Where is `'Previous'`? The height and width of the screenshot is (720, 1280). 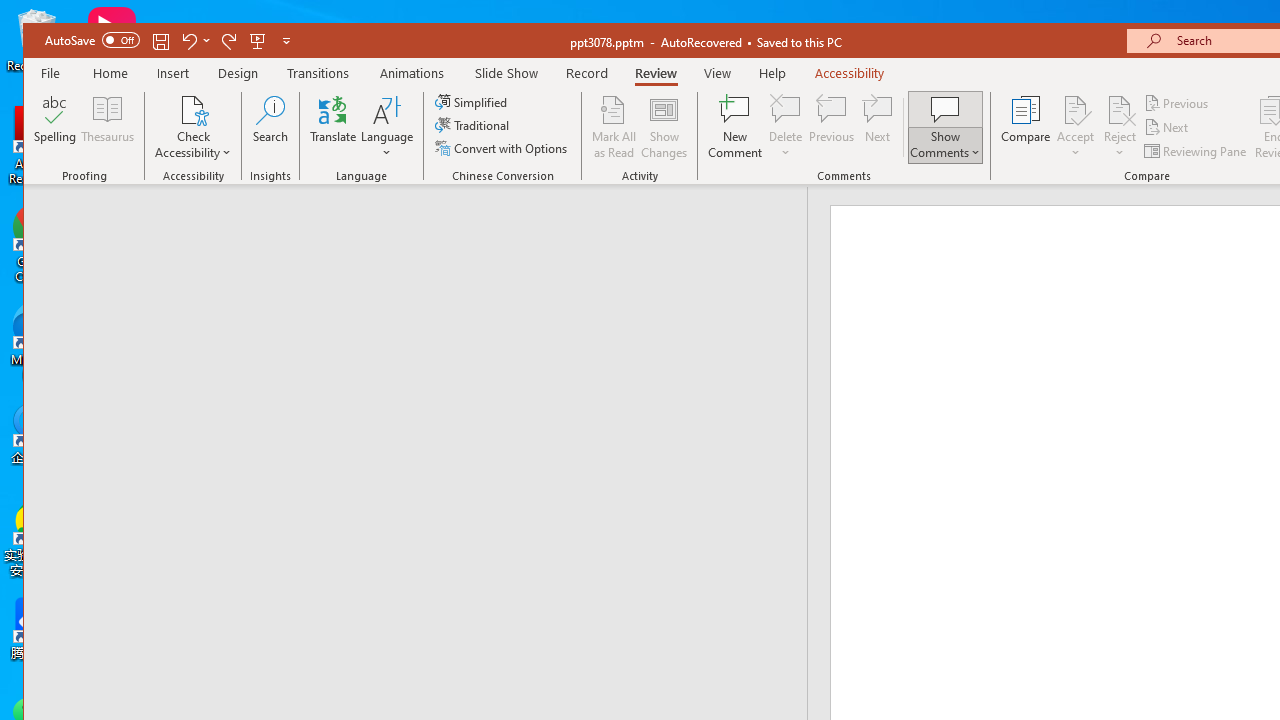 'Previous' is located at coordinates (1177, 103).